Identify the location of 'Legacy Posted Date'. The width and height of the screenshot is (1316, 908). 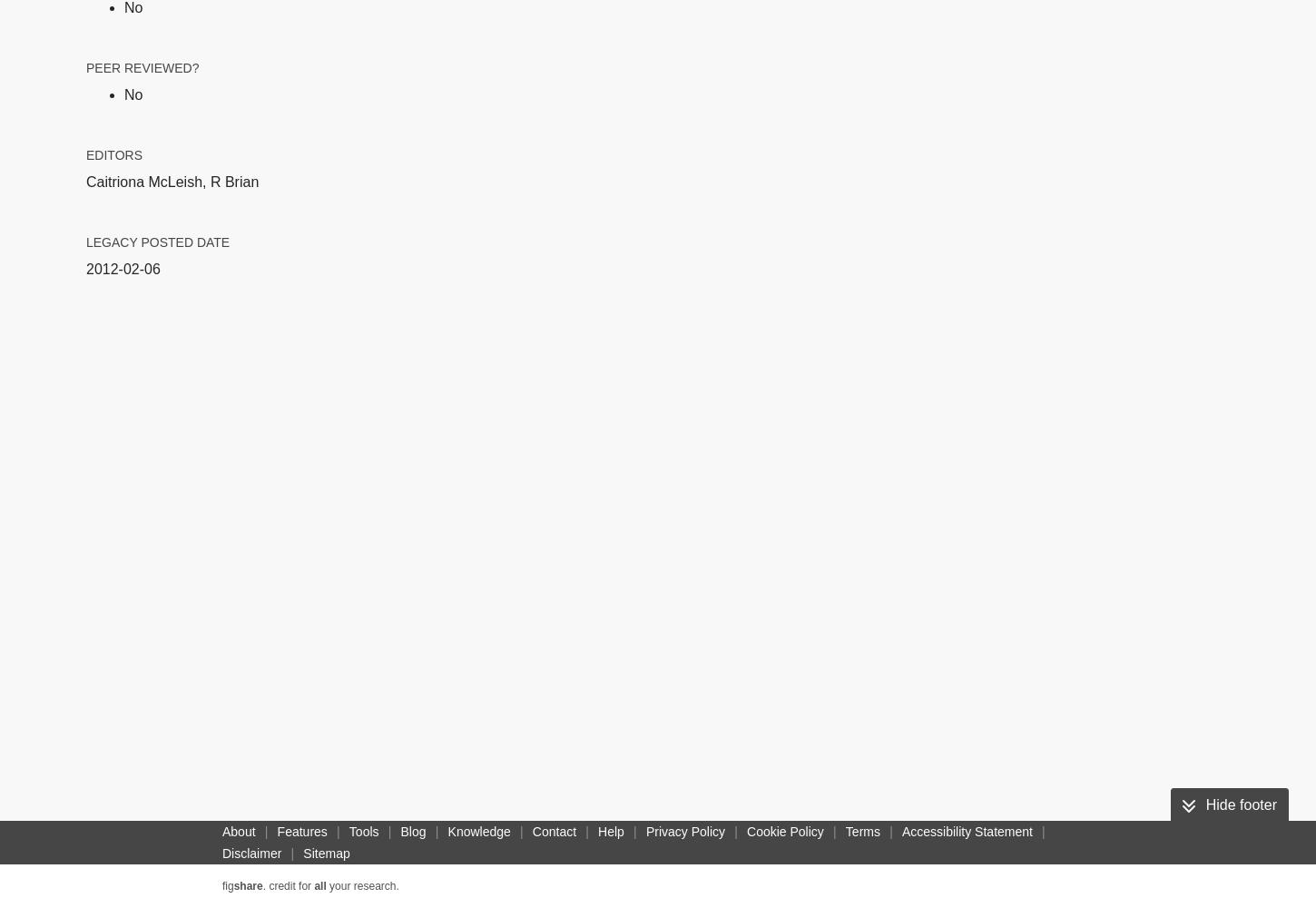
(157, 242).